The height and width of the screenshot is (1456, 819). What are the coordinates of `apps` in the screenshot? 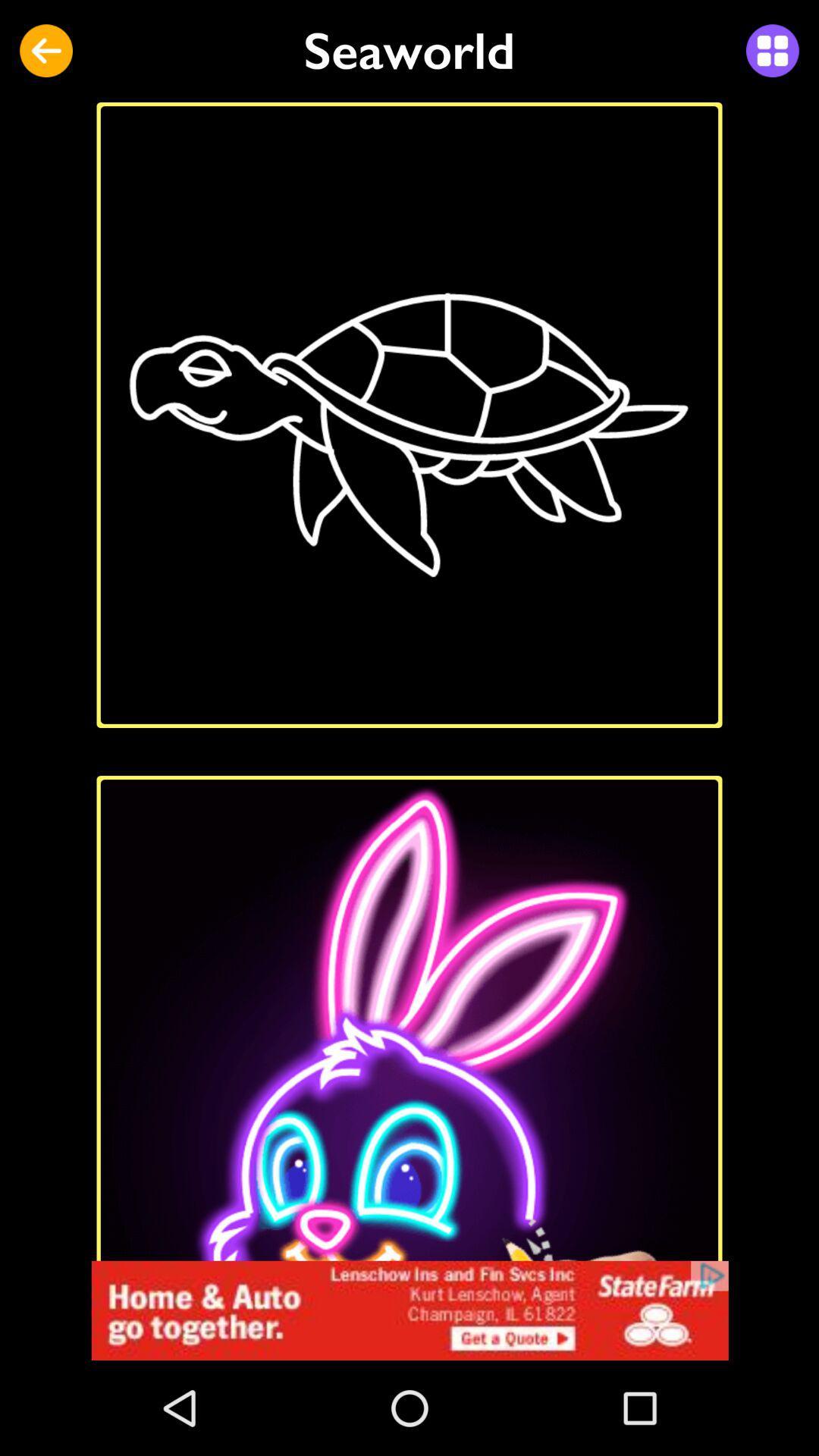 It's located at (772, 51).